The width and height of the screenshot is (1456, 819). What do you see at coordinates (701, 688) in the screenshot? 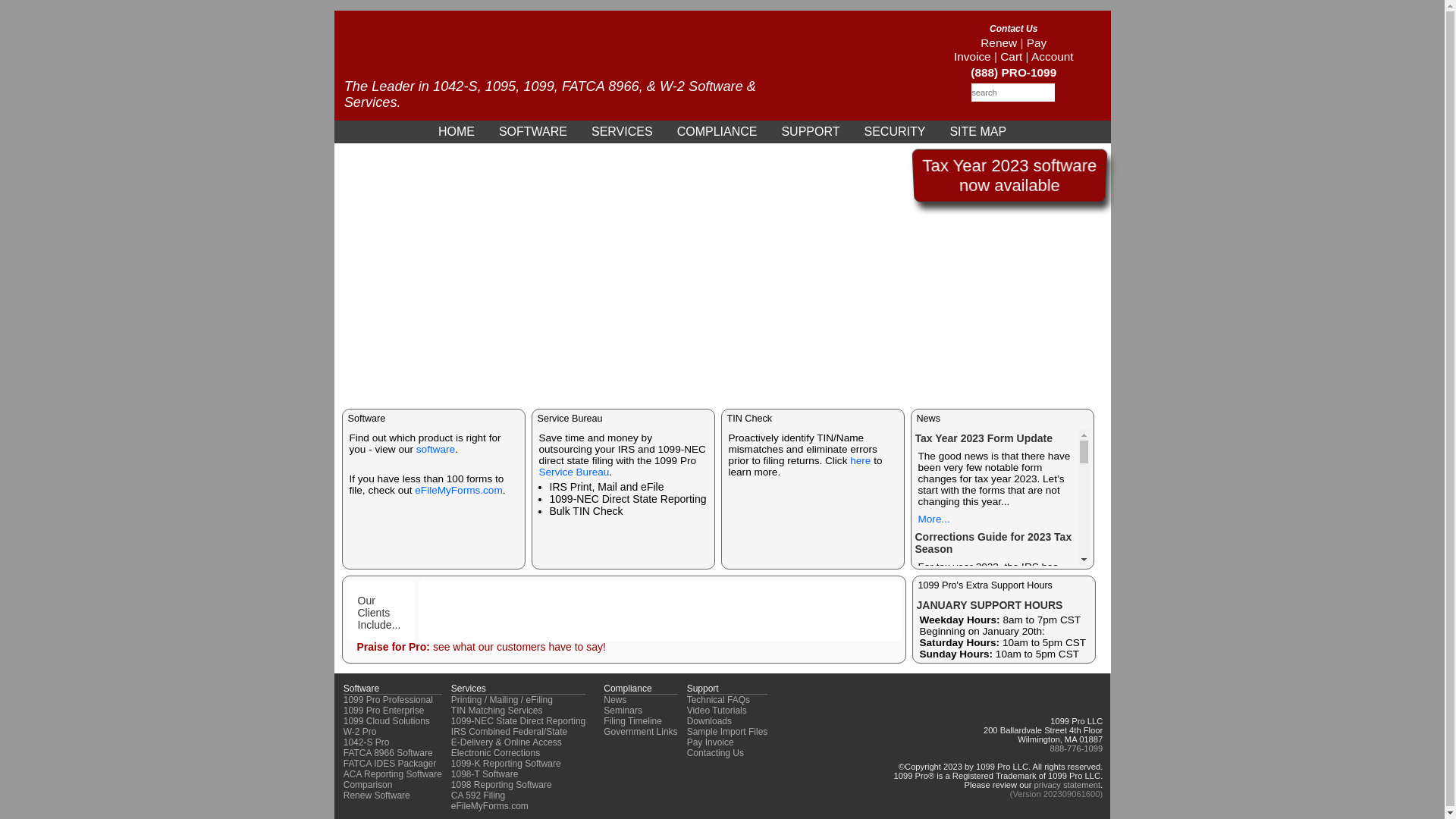
I see `'Support'` at bounding box center [701, 688].